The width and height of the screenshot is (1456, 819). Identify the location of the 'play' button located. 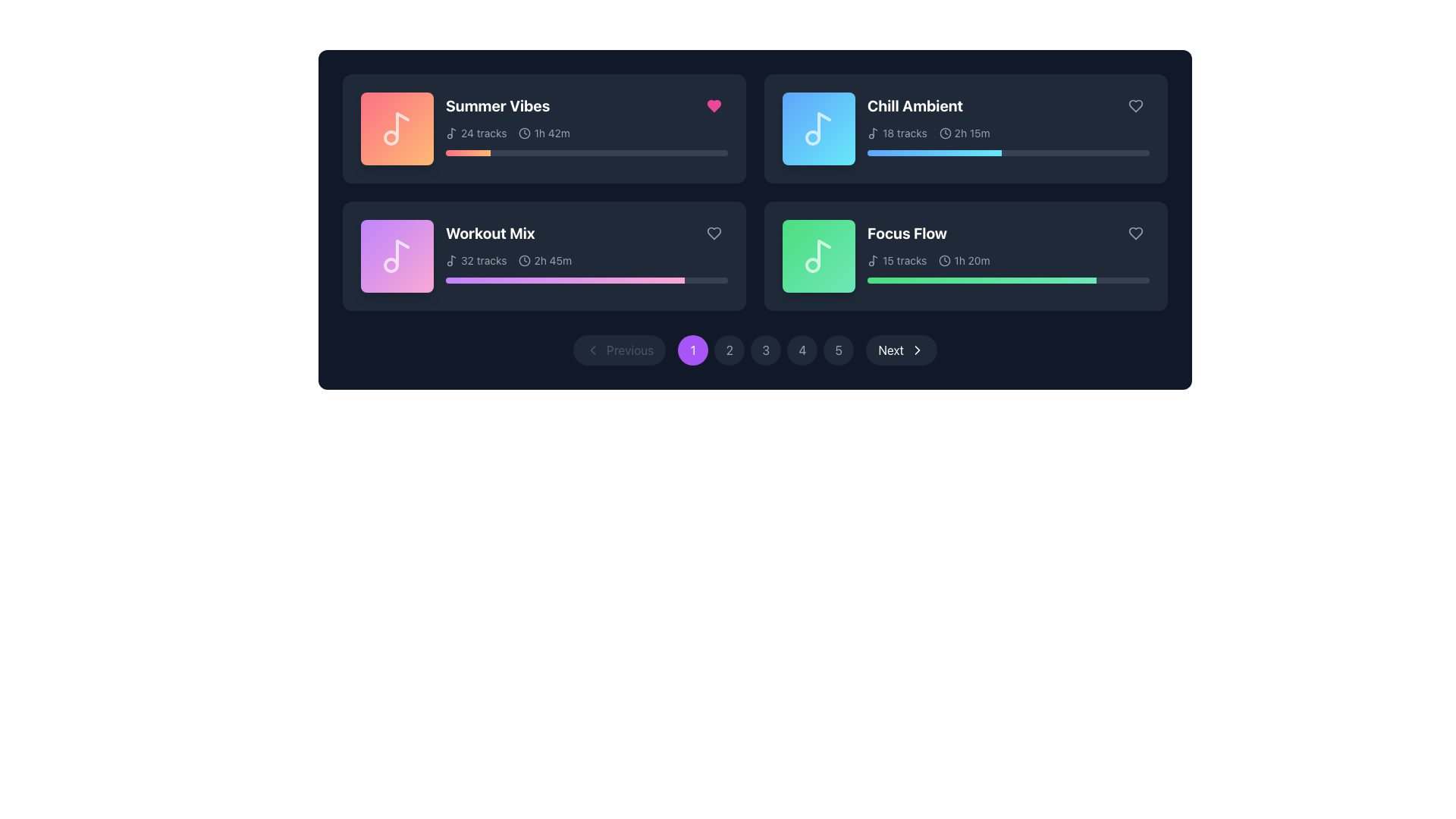
(398, 127).